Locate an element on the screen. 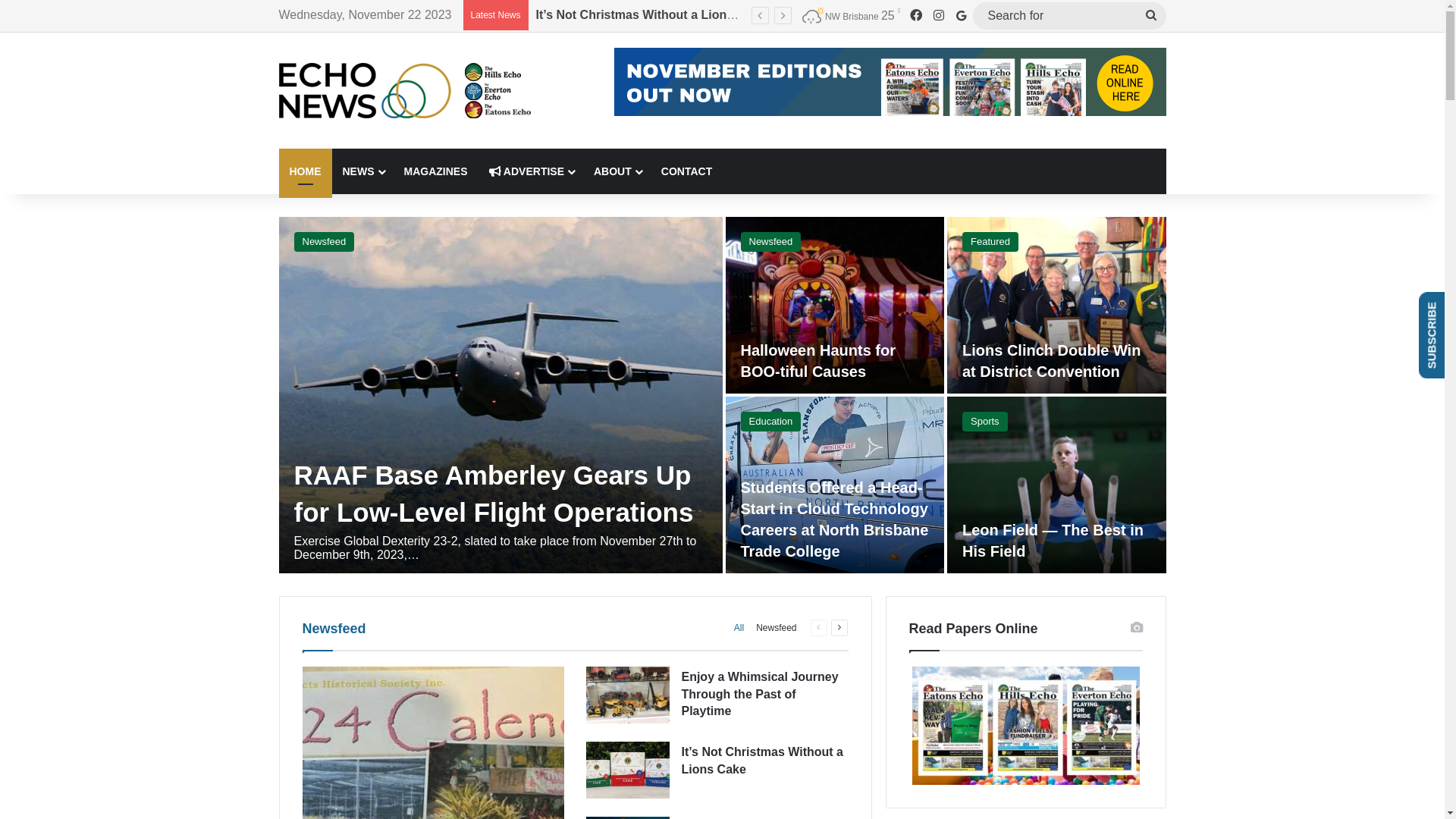 The width and height of the screenshot is (1456, 819). 'MAGAZINES' is located at coordinates (393, 171).